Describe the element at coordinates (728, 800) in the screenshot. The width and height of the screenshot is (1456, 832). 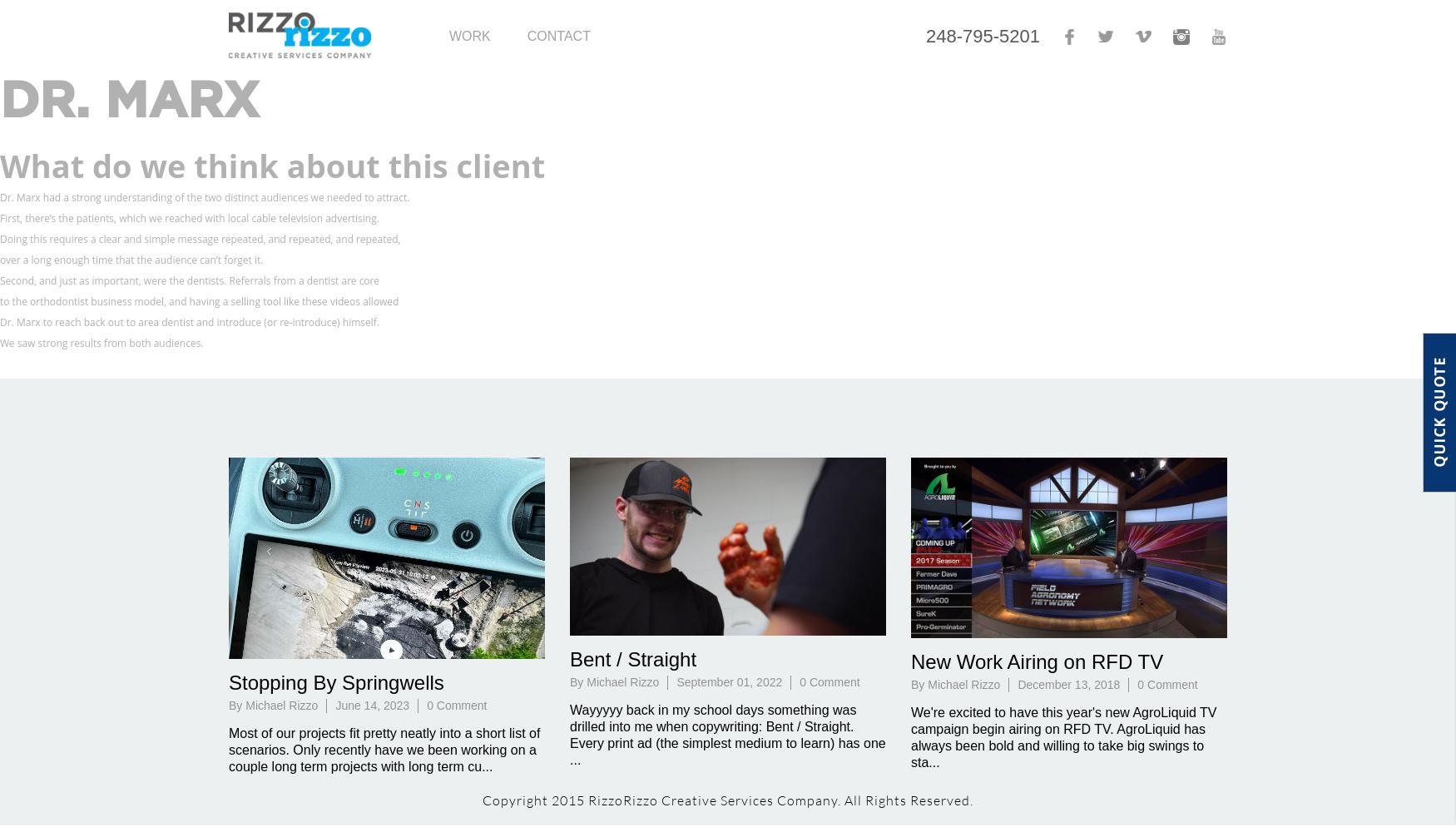
I see `'Copyright 2015 RizzoRizzo Creative Services Company. All Rights Reserved.'` at that location.